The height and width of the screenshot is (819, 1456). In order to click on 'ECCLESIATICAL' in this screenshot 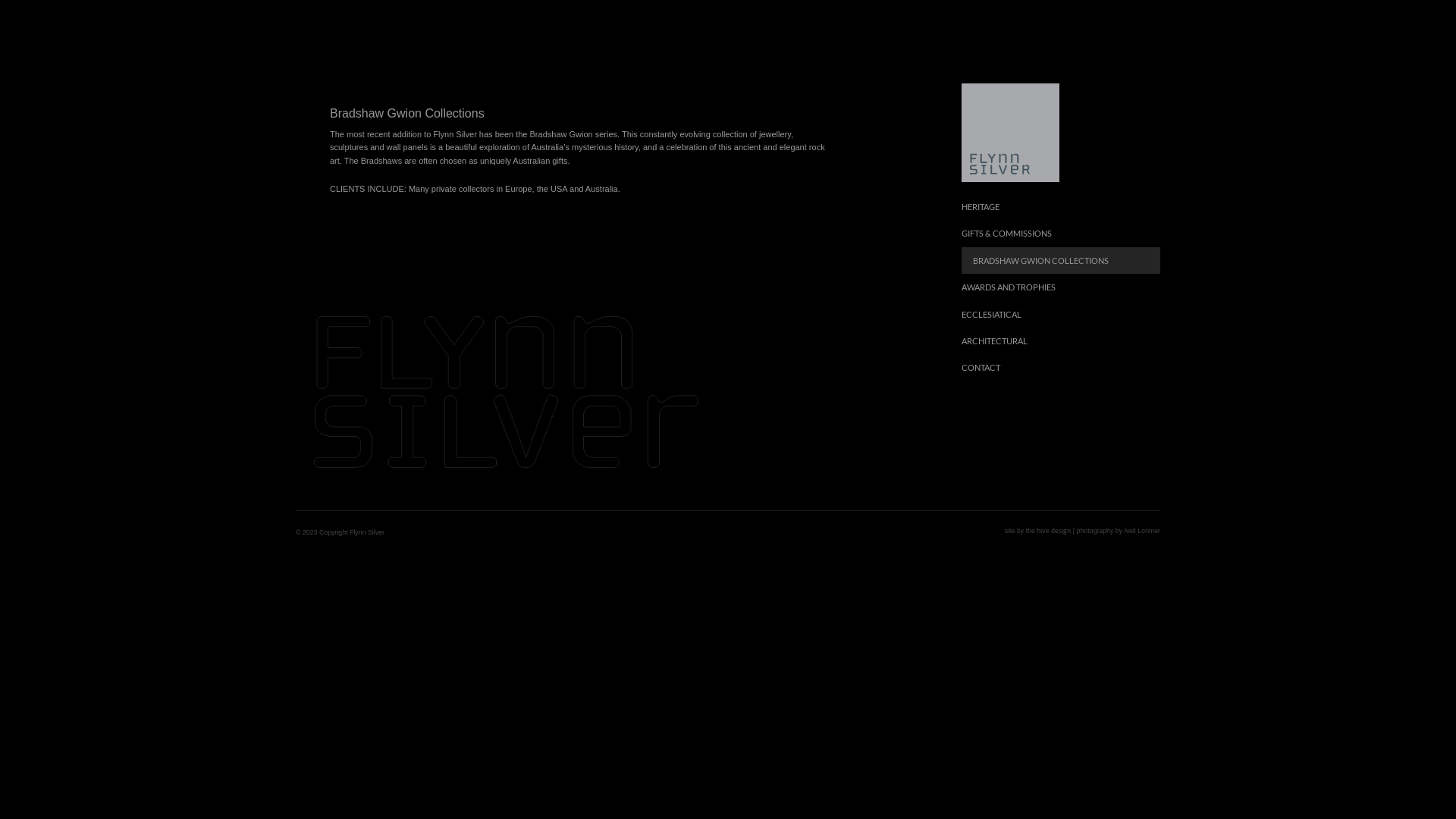, I will do `click(1060, 313)`.